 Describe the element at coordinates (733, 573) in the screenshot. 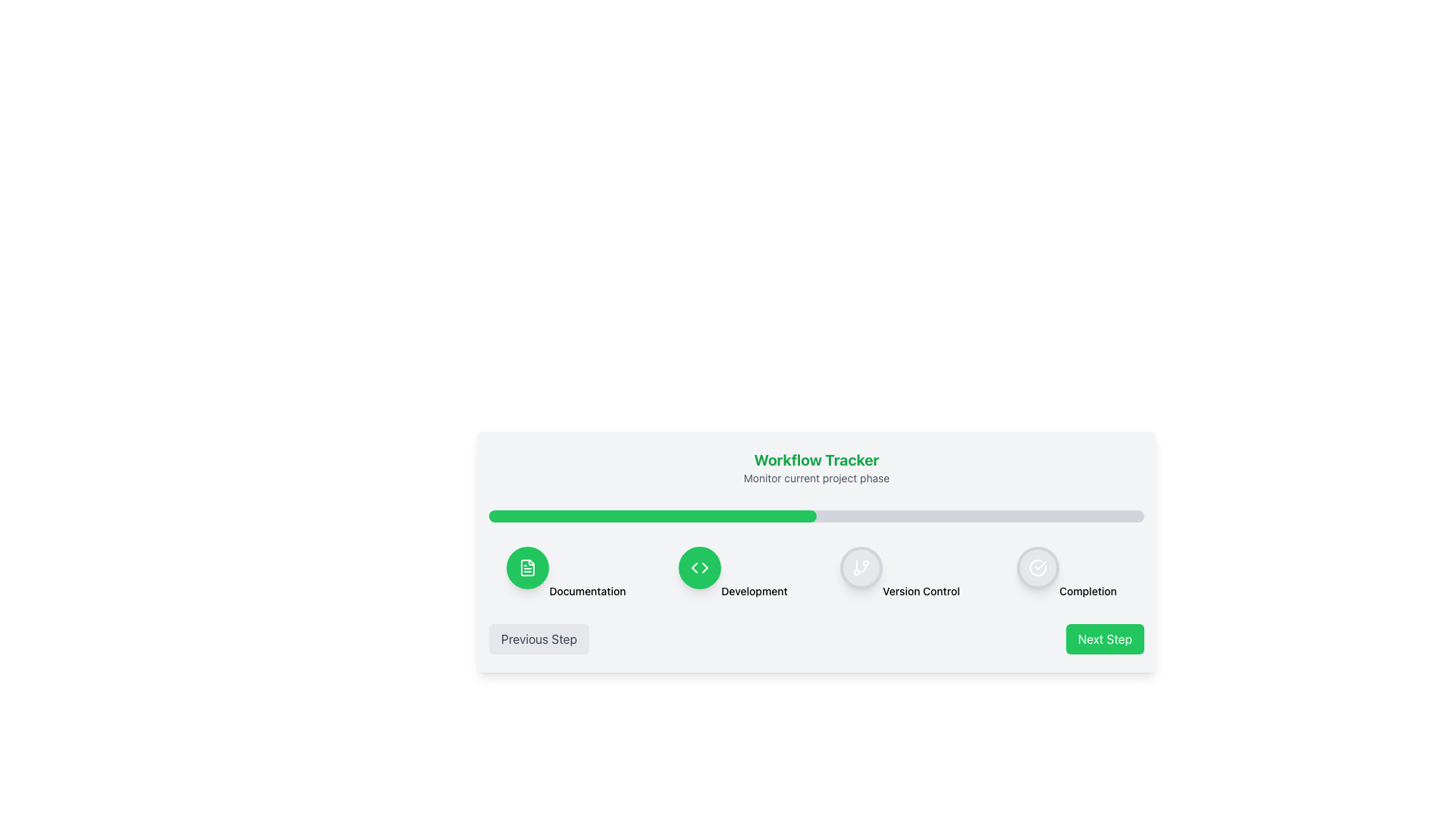

I see `the 'Development' step visual indicator in the structured workflow` at that location.